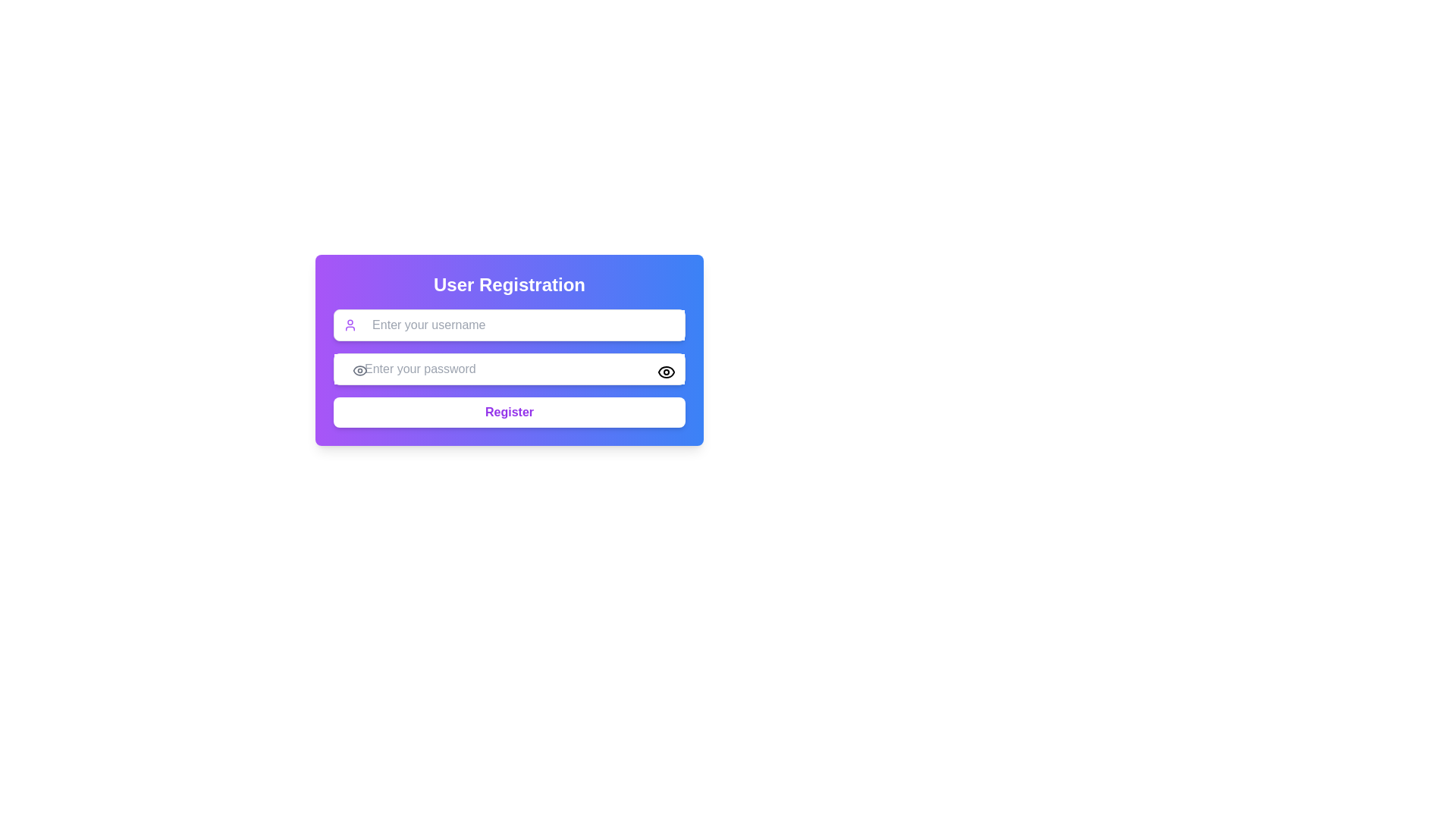 The image size is (1456, 819). What do you see at coordinates (359, 371) in the screenshot?
I see `the password visibility toggle icon located inside the password input field of the 'User Registration' form` at bounding box center [359, 371].